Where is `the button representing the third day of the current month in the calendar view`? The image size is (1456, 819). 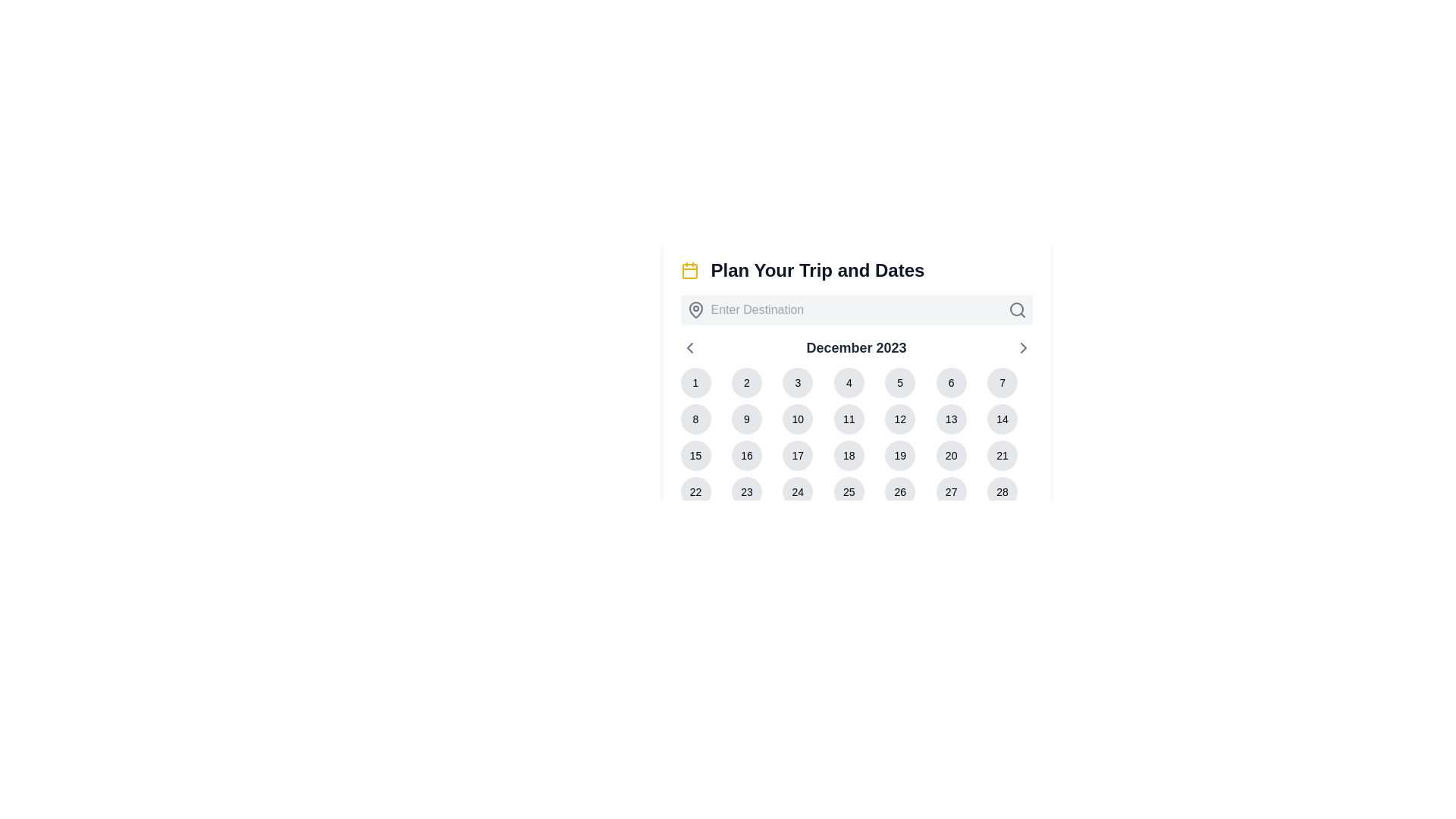
the button representing the third day of the current month in the calendar view is located at coordinates (797, 382).